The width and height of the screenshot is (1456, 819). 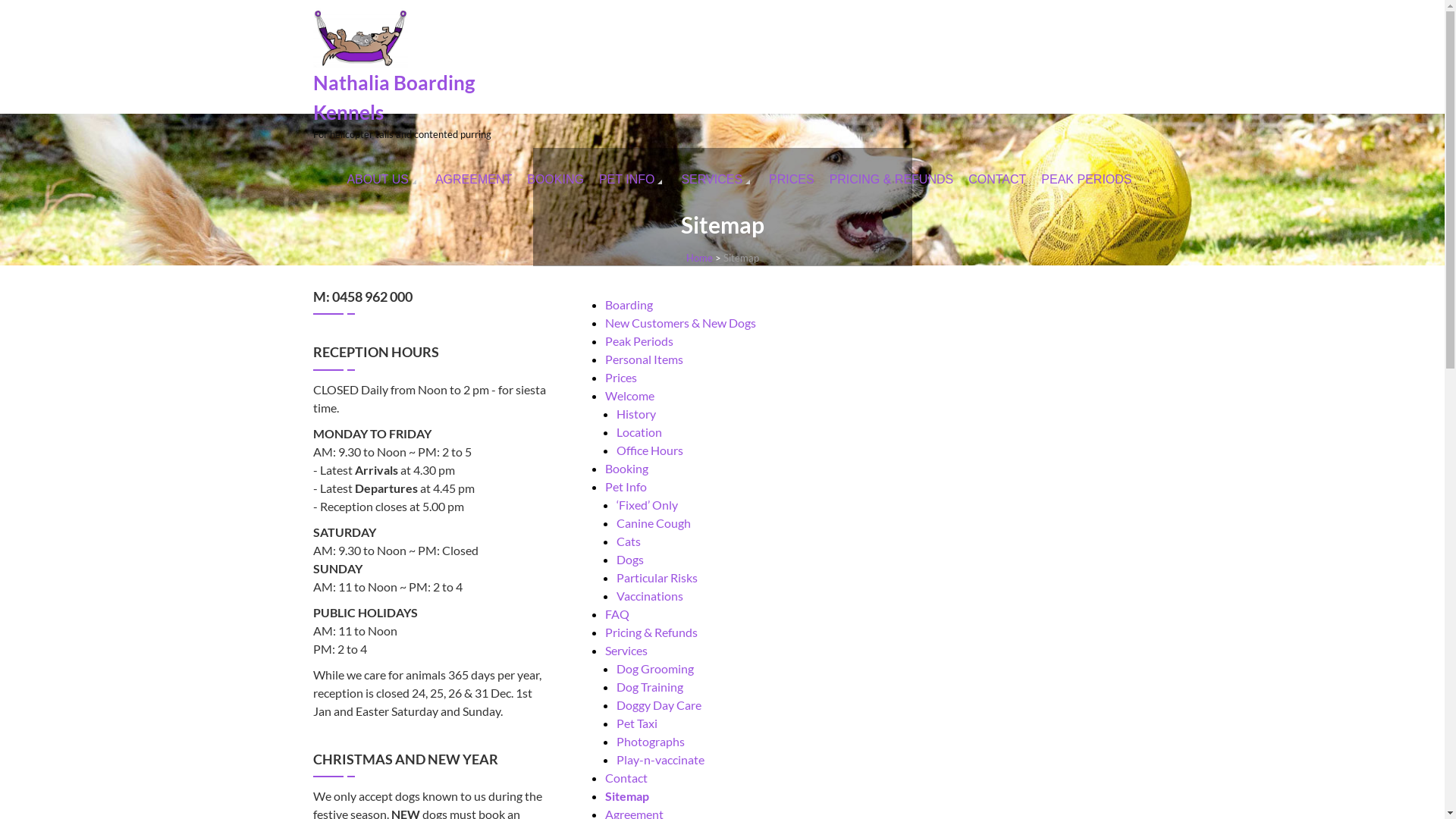 I want to click on 'Home', so click(x=698, y=256).